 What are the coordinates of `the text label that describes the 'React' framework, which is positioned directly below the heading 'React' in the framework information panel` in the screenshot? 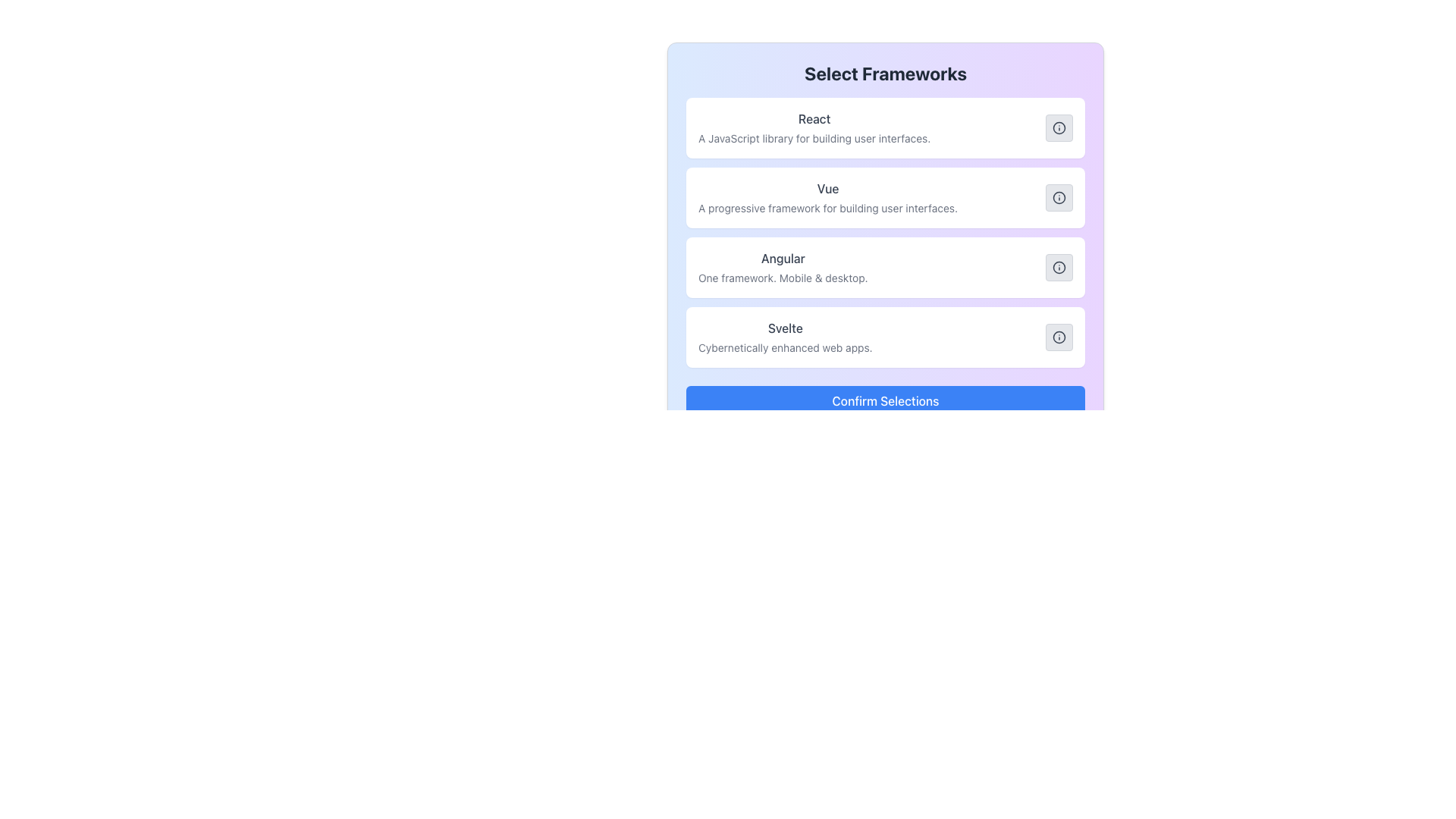 It's located at (814, 138).